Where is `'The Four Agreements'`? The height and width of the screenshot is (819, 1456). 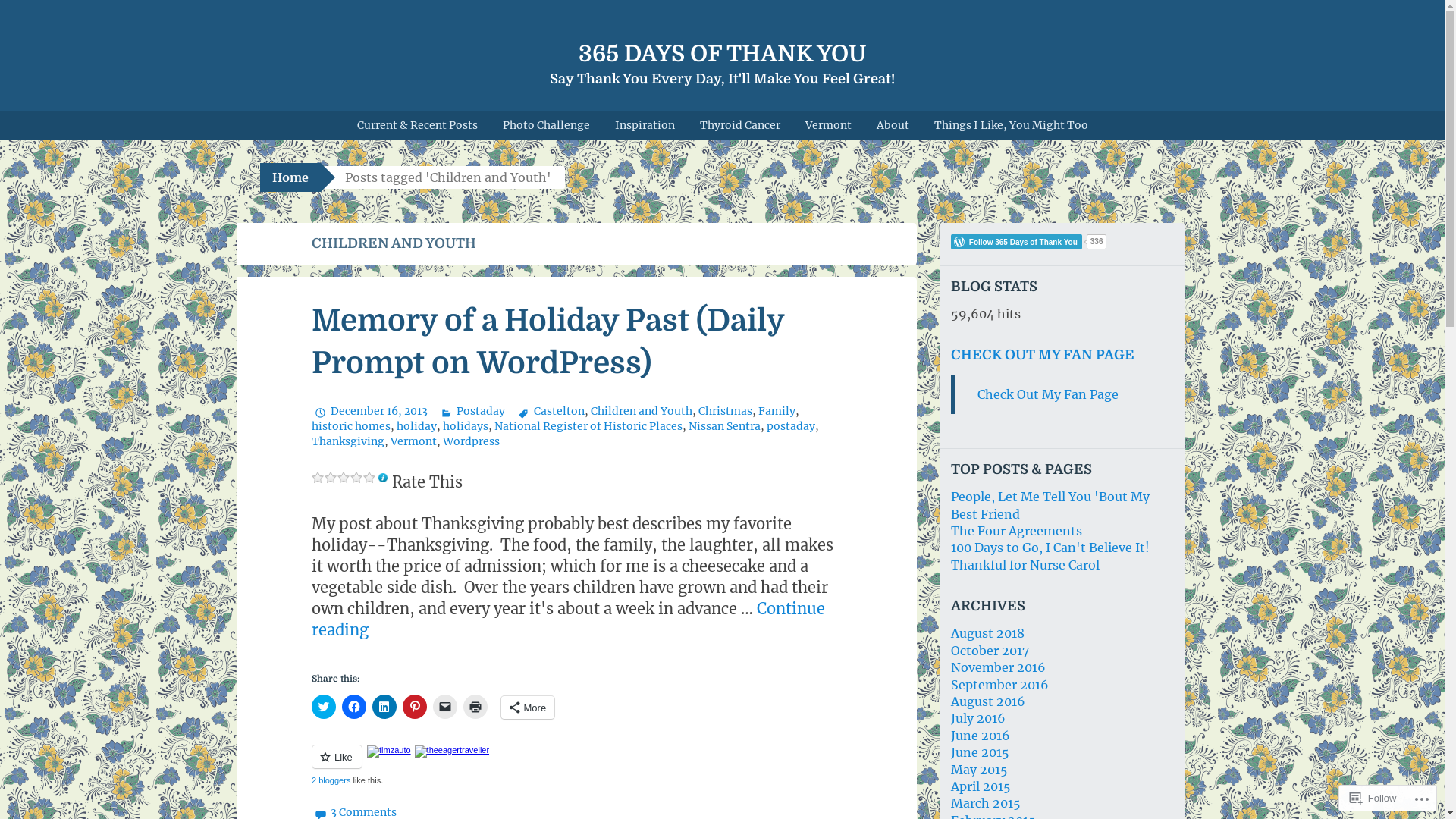
'The Four Agreements' is located at coordinates (1016, 529).